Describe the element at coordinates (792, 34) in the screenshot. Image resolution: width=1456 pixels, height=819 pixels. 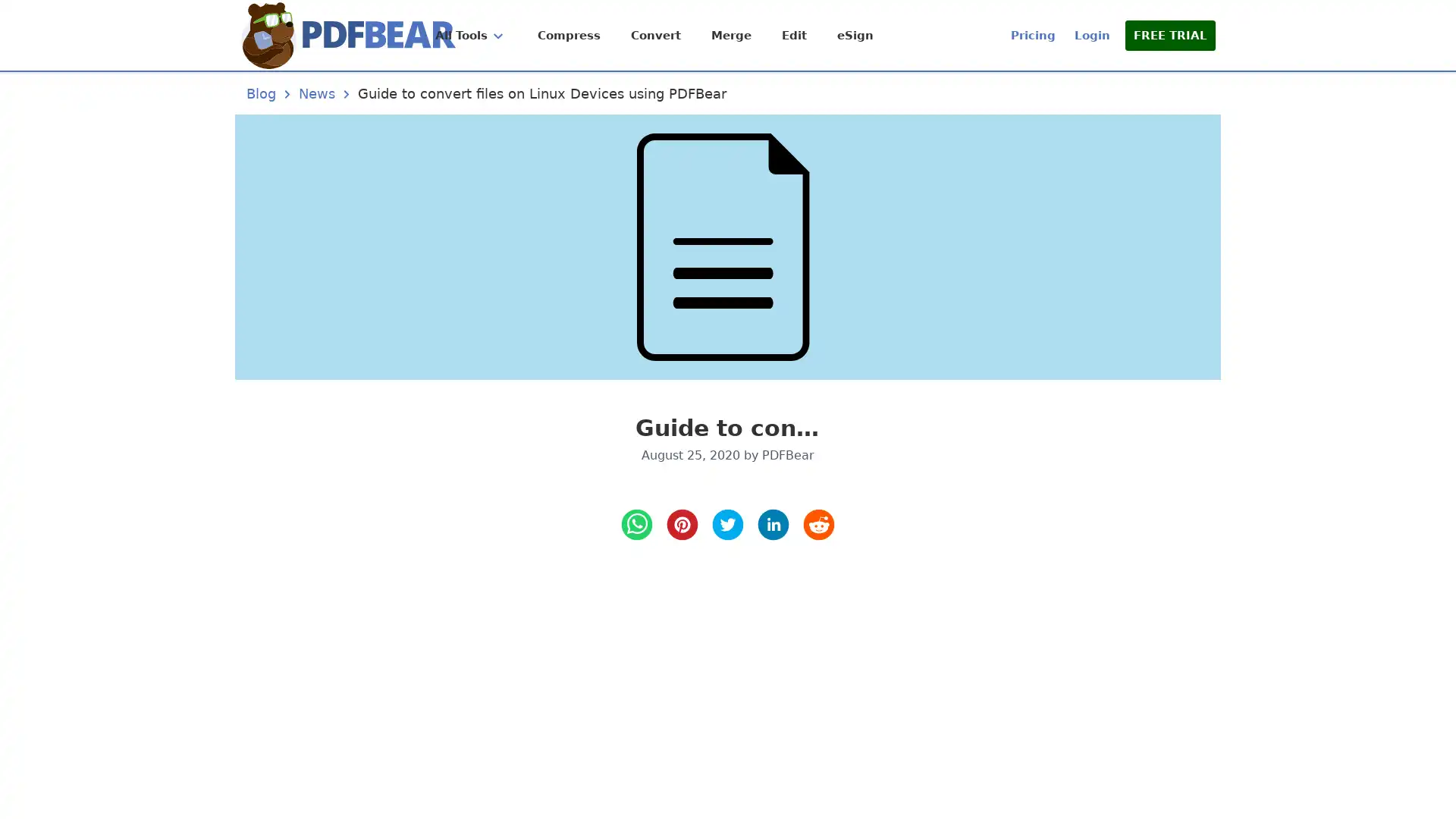
I see `Edit` at that location.